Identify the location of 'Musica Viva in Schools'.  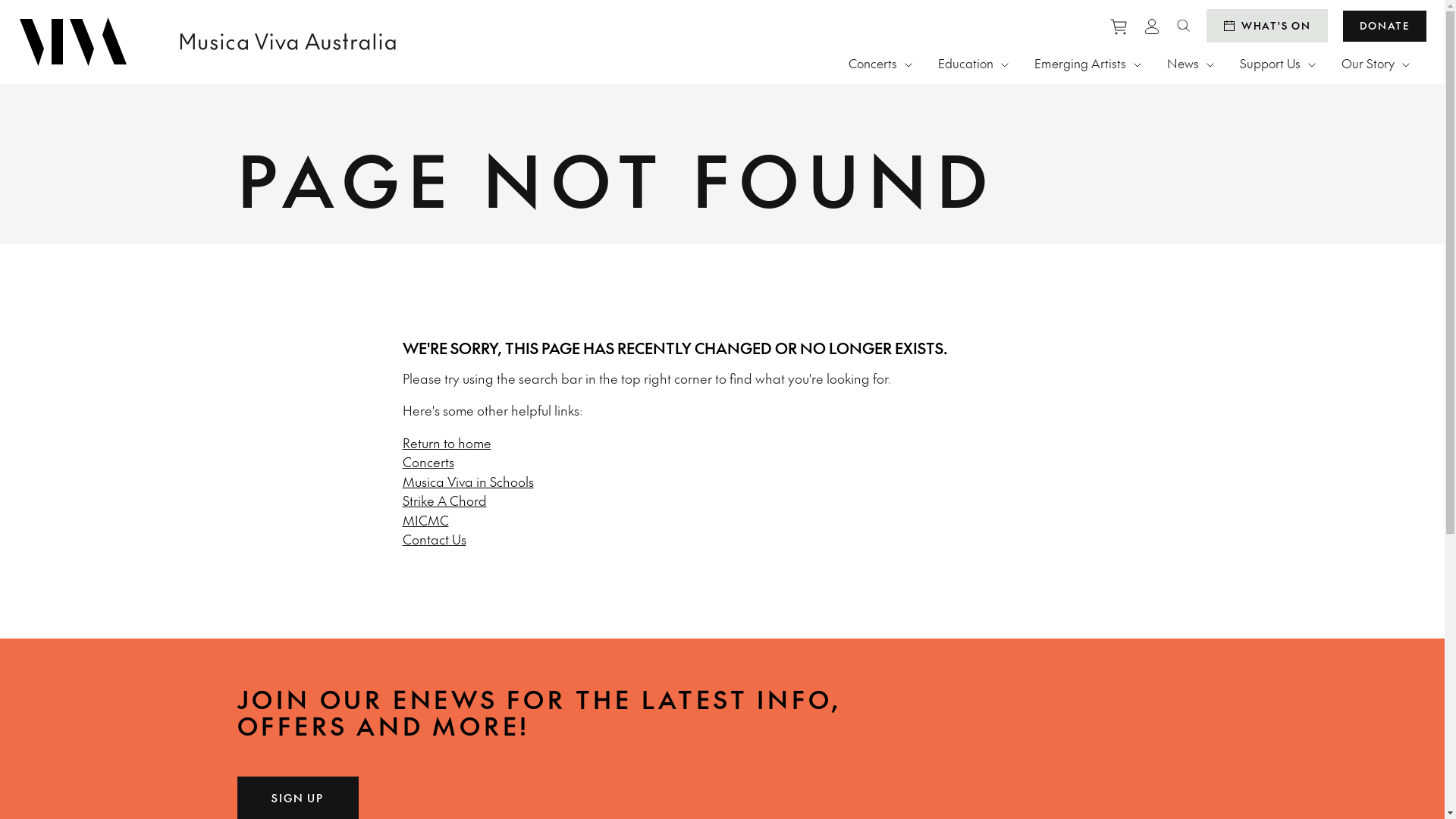
(466, 480).